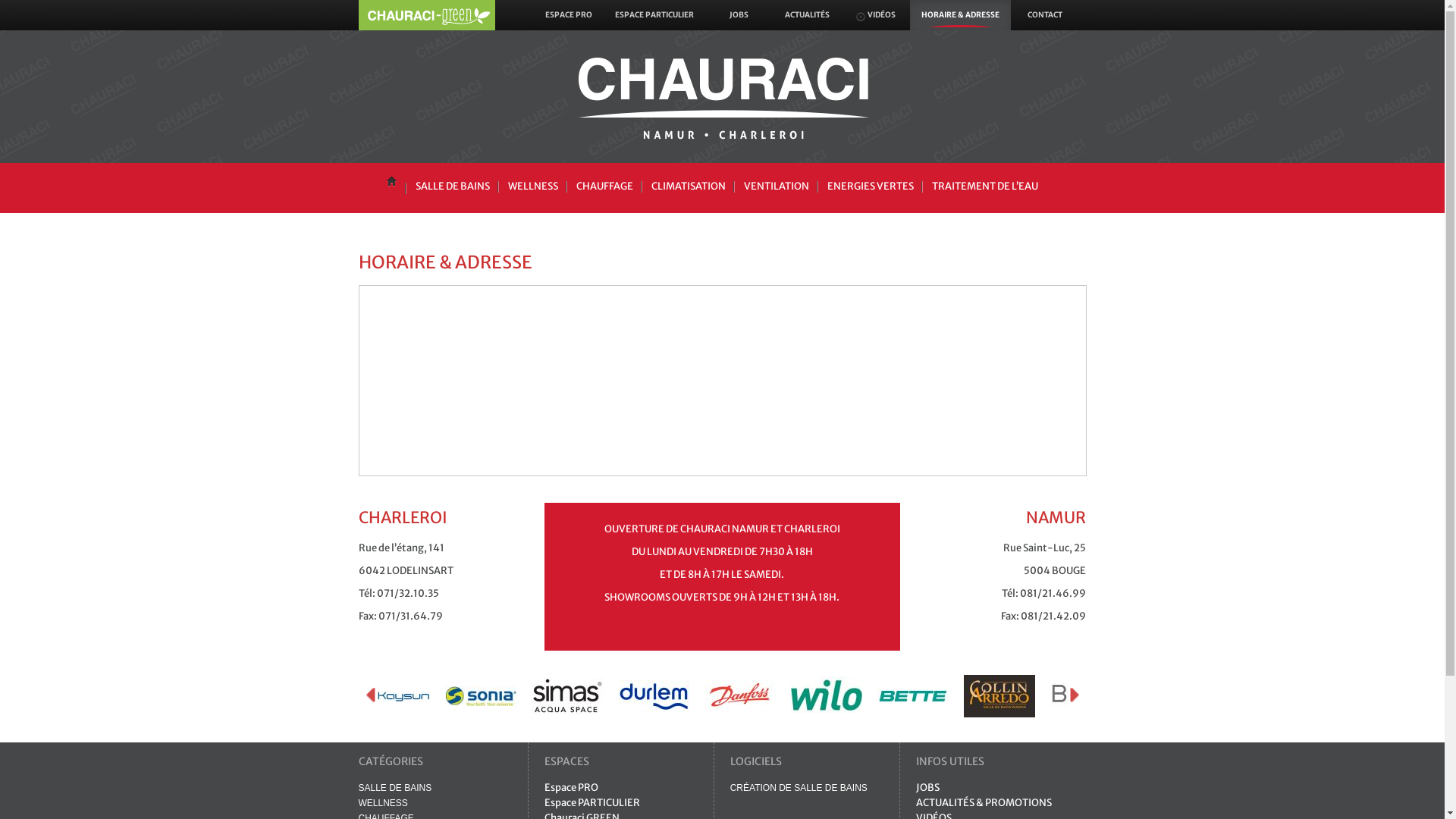 Image resolution: width=1456 pixels, height=819 pixels. What do you see at coordinates (1043, 14) in the screenshot?
I see `'CONTACT'` at bounding box center [1043, 14].